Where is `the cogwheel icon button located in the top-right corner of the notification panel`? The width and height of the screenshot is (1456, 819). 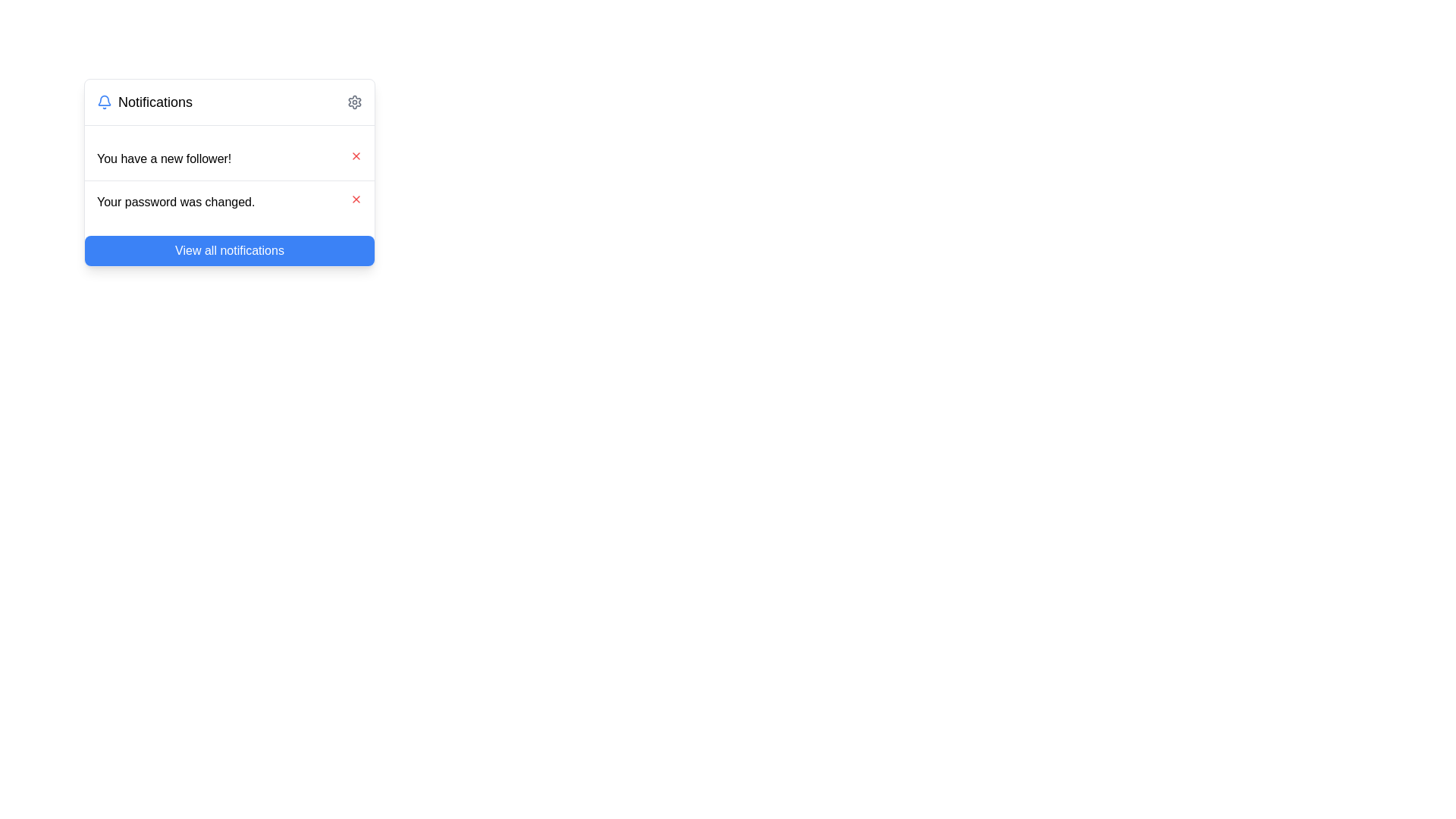 the cogwheel icon button located in the top-right corner of the notification panel is located at coordinates (353, 102).